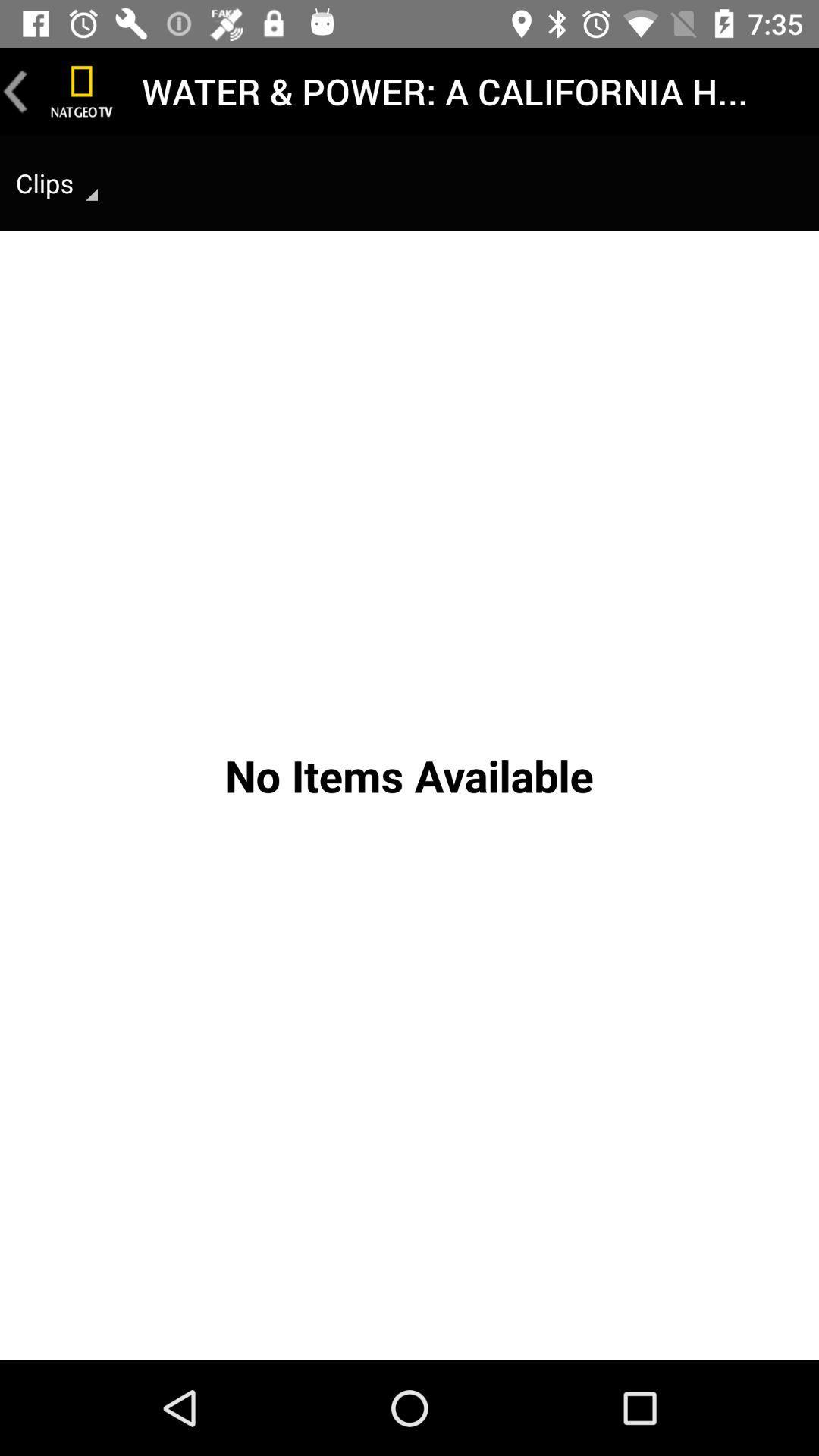 The width and height of the screenshot is (819, 1456). Describe the element at coordinates (15, 90) in the screenshot. I see `go back` at that location.